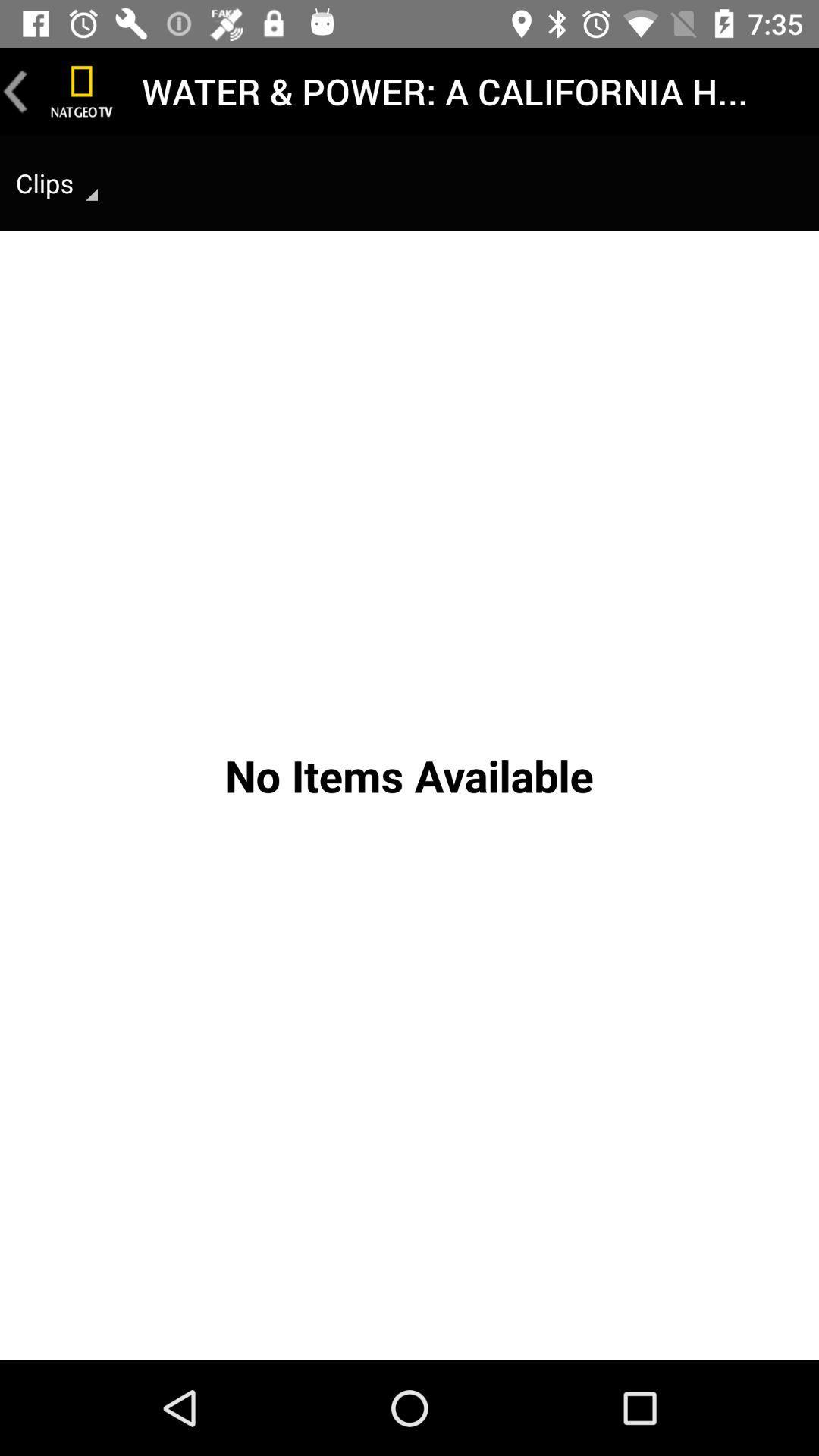 The width and height of the screenshot is (819, 1456). Describe the element at coordinates (15, 90) in the screenshot. I see `go back` at that location.